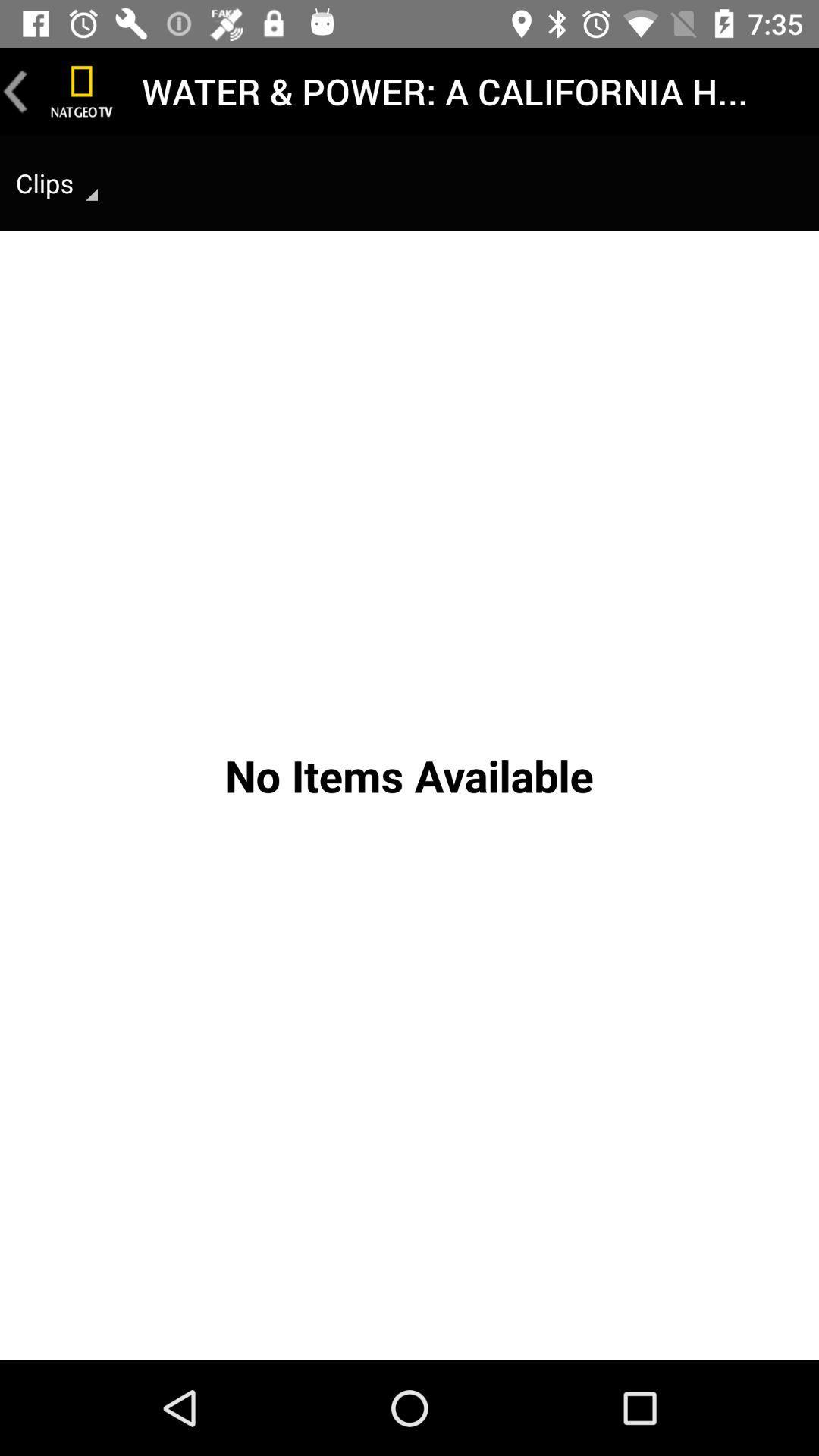 The width and height of the screenshot is (819, 1456). Describe the element at coordinates (15, 90) in the screenshot. I see `go back` at that location.